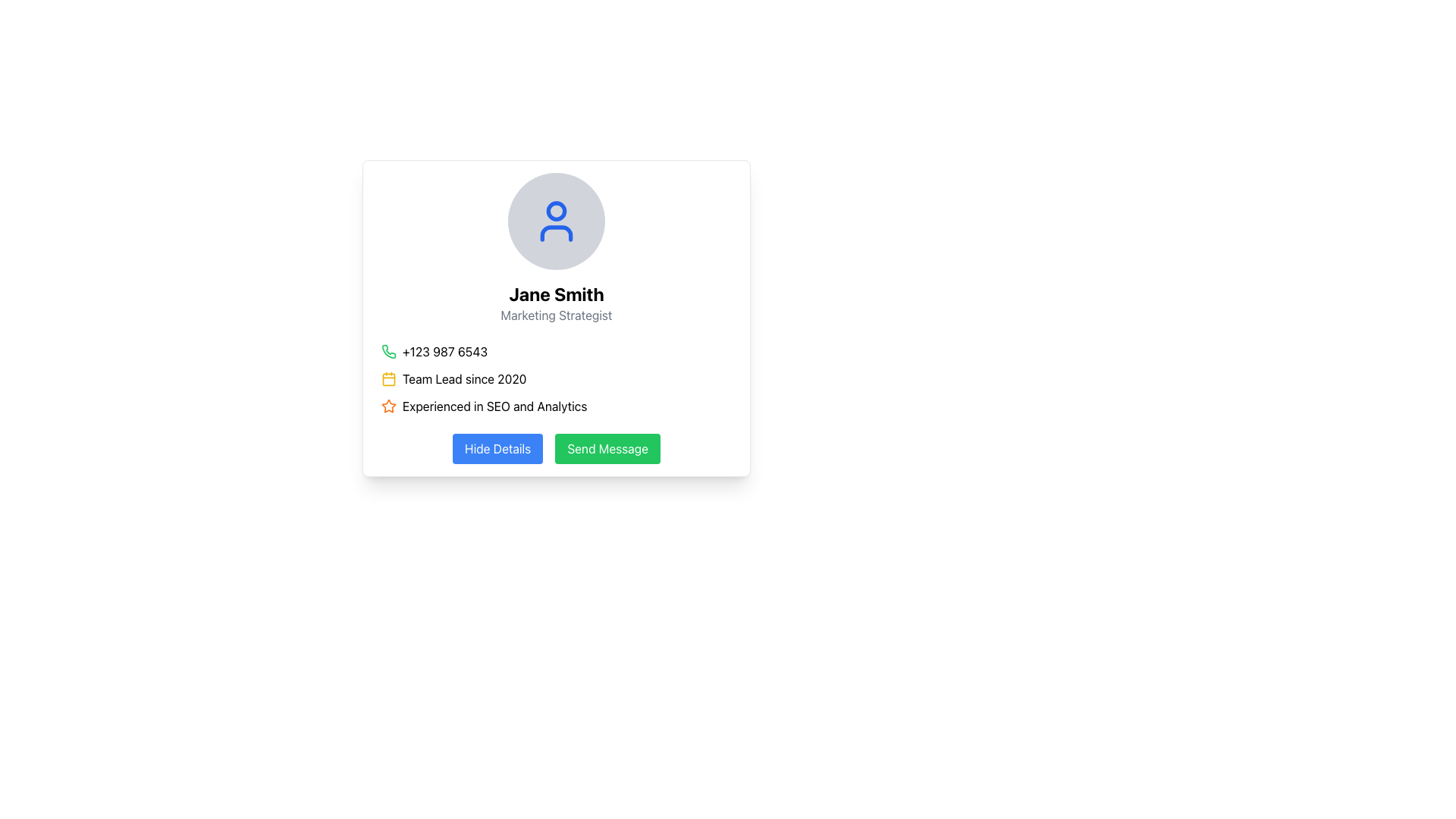 Image resolution: width=1456 pixels, height=819 pixels. I want to click on the rectangular graphical icon located at the center of the yellow calendar icon, adjacent to the text 'Team Lead since 2020', so click(389, 378).